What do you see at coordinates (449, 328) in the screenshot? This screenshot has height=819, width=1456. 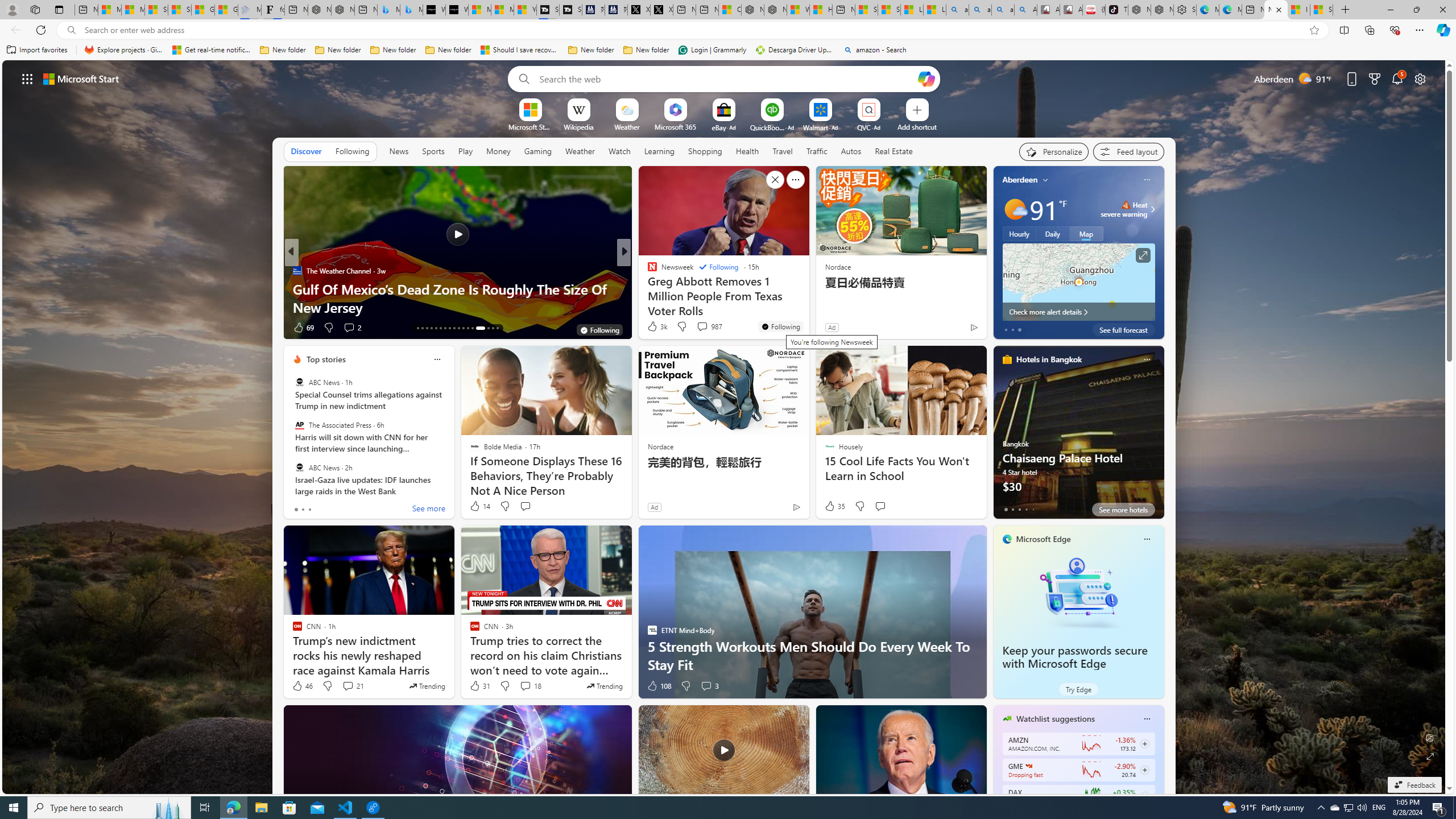 I see `'AutomationID: tab-20'` at bounding box center [449, 328].